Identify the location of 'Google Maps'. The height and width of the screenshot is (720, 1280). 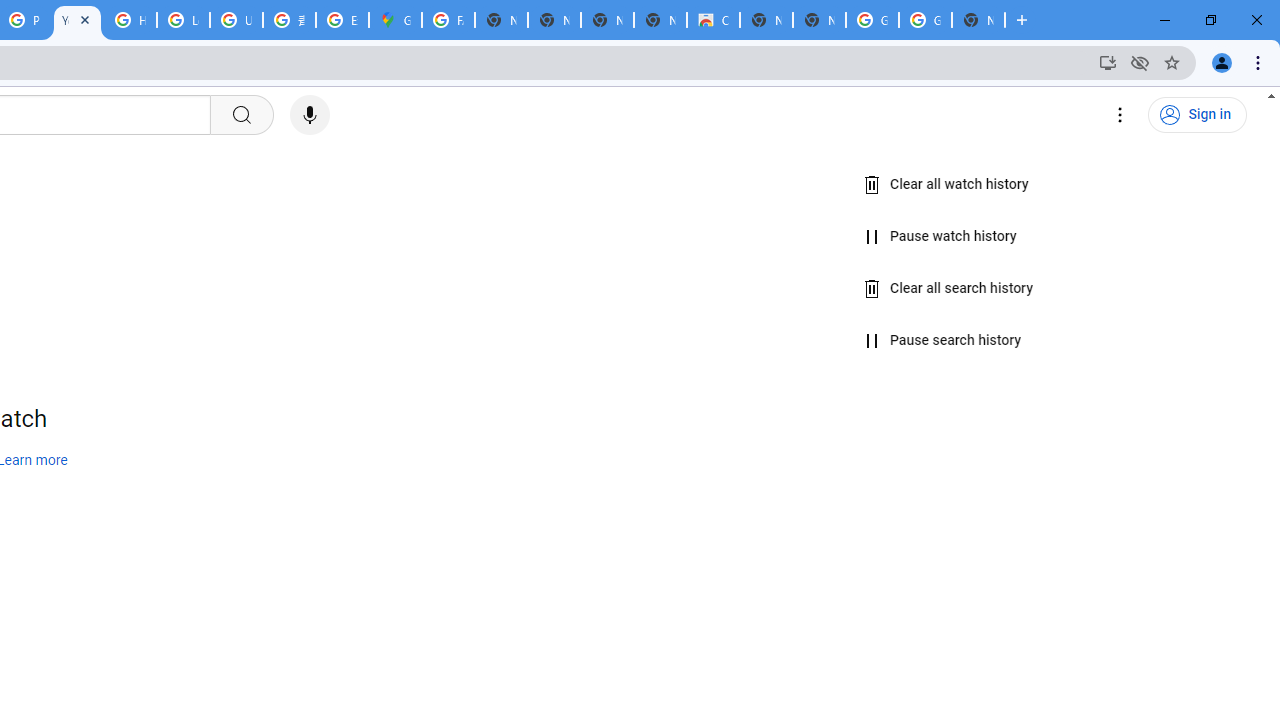
(395, 20).